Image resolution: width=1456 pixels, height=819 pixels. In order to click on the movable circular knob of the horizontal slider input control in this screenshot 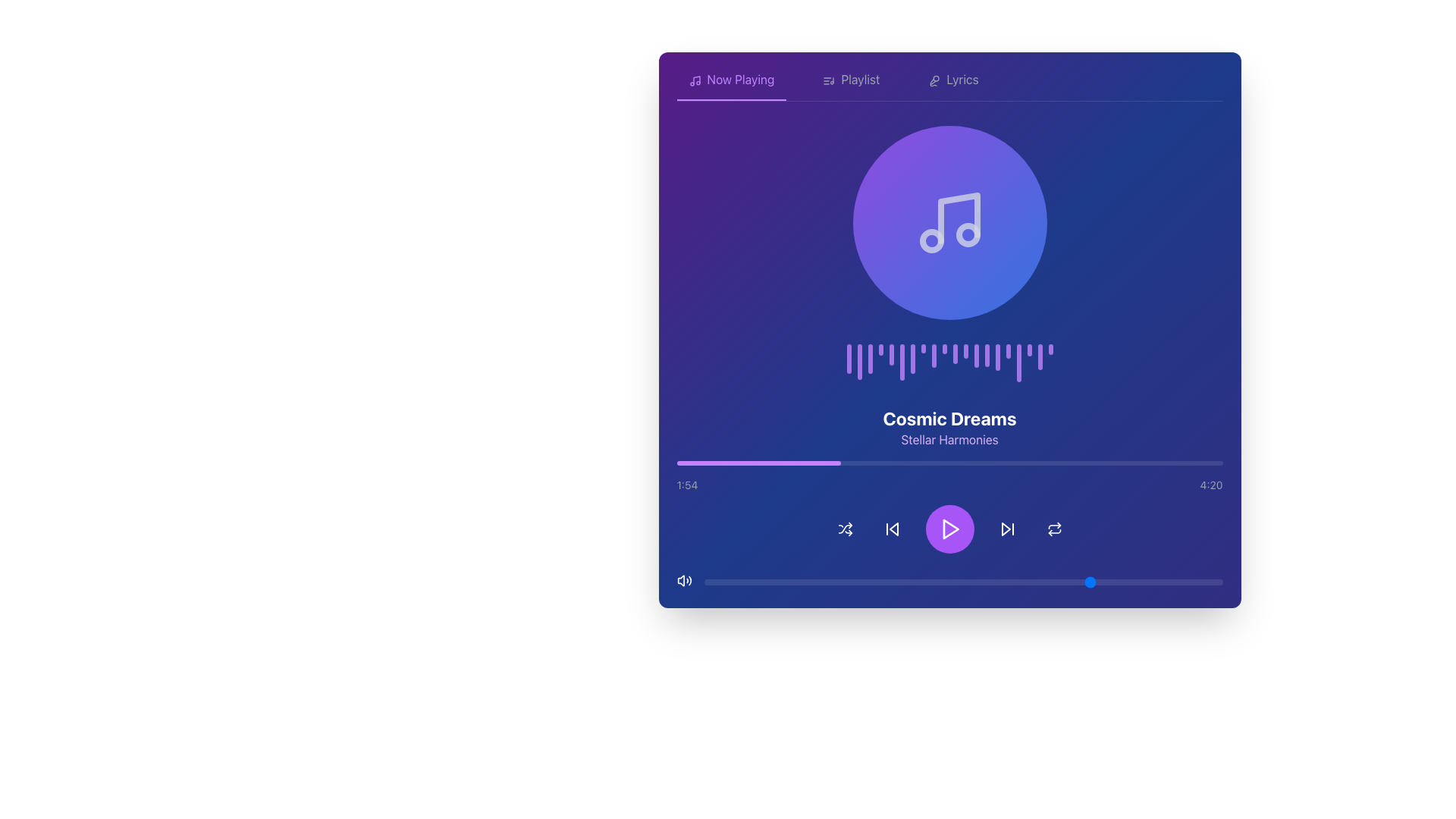, I will do `click(962, 580)`.